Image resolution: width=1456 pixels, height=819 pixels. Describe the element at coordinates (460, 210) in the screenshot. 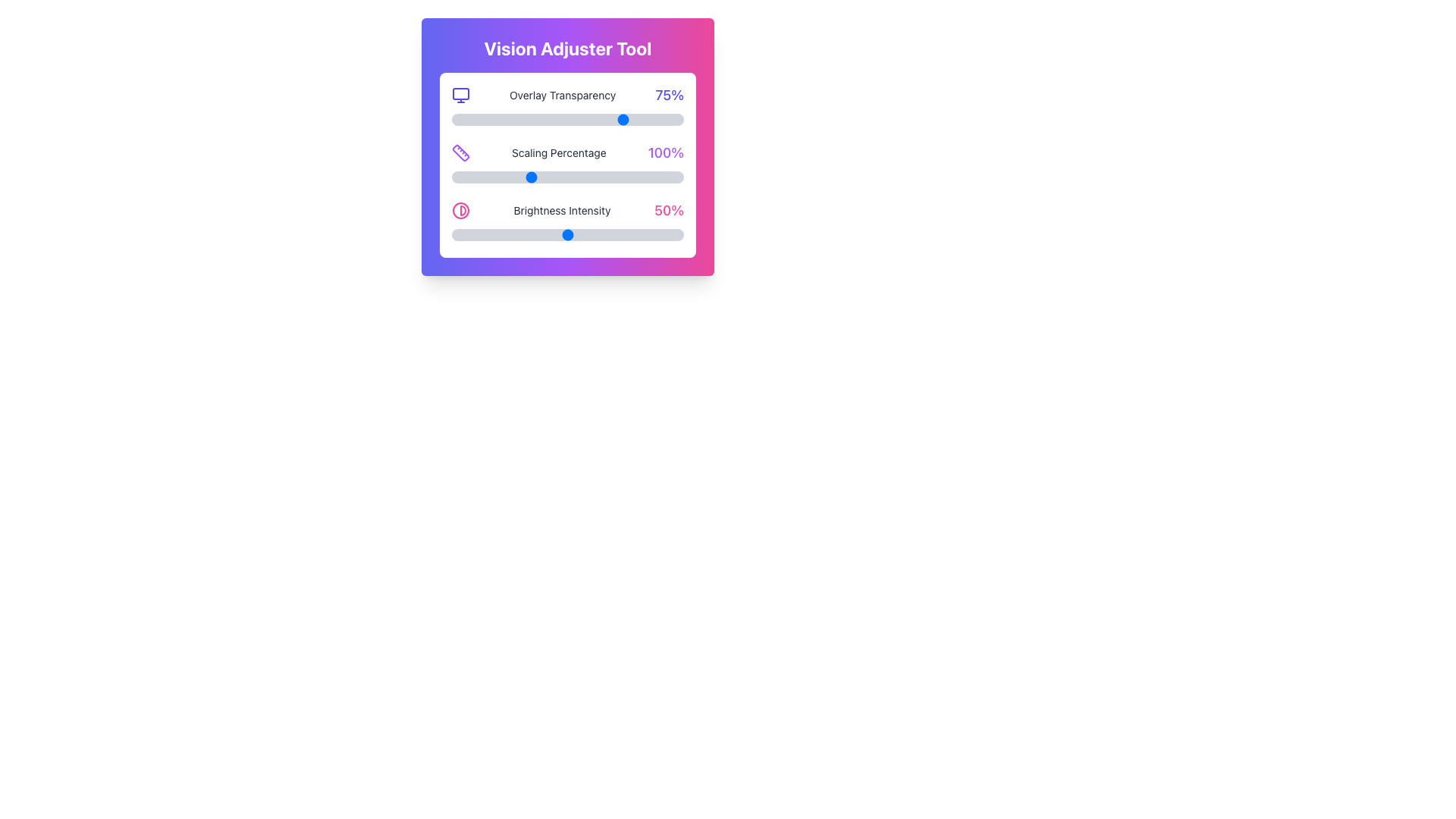

I see `the contrast adjustment icon located on the left side of the 'Brightness Intensity 50%' label` at that location.